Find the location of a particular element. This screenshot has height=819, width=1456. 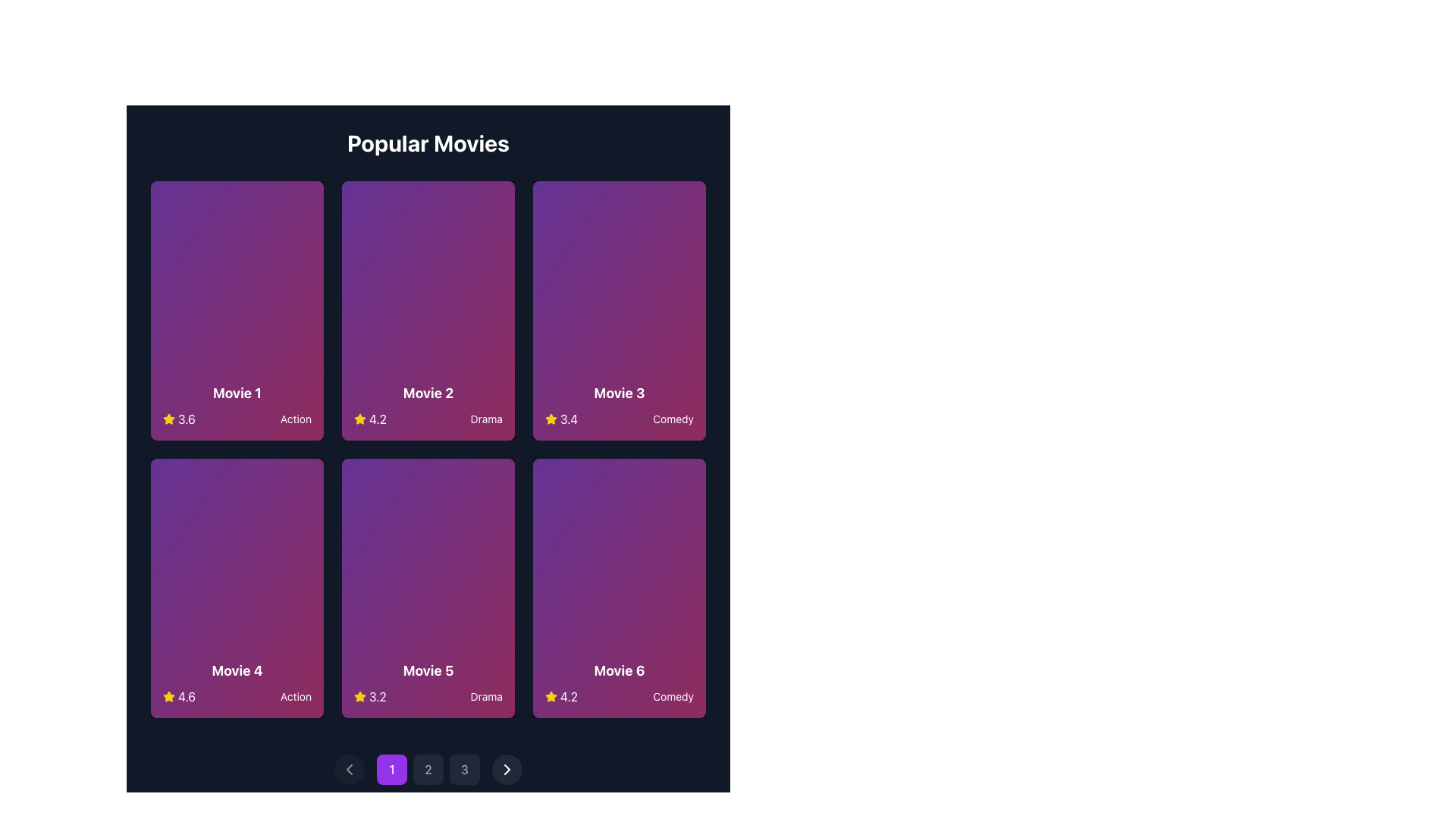

the star-shaped Rating Icon with a yellow fill and yellow border located in the card for 'Movie 3' in the 'Popular Movies' section is located at coordinates (550, 419).